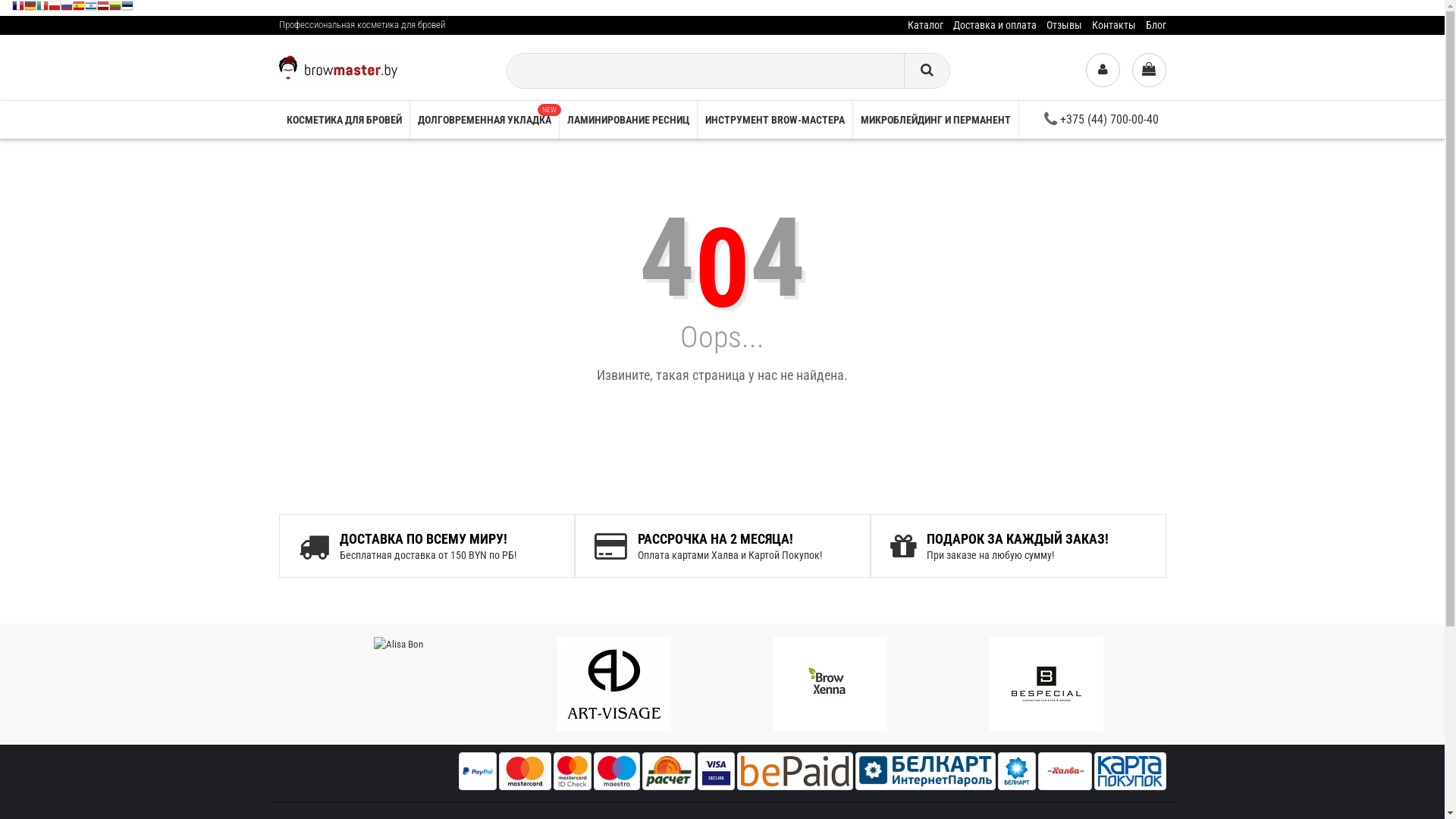  What do you see at coordinates (571, 771) in the screenshot?
I see `'master id check'` at bounding box center [571, 771].